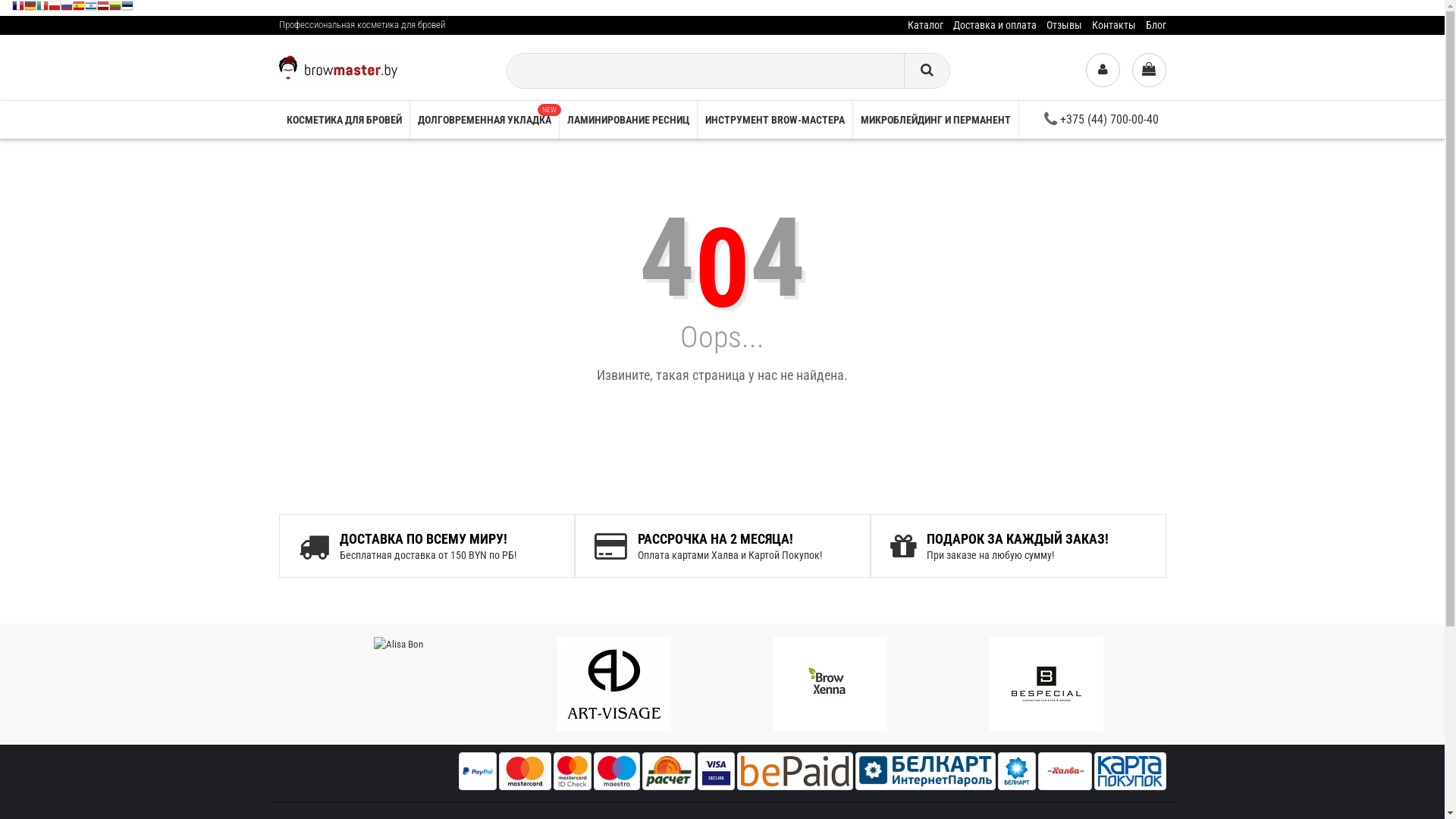  What do you see at coordinates (571, 771) in the screenshot?
I see `'master id check'` at bounding box center [571, 771].